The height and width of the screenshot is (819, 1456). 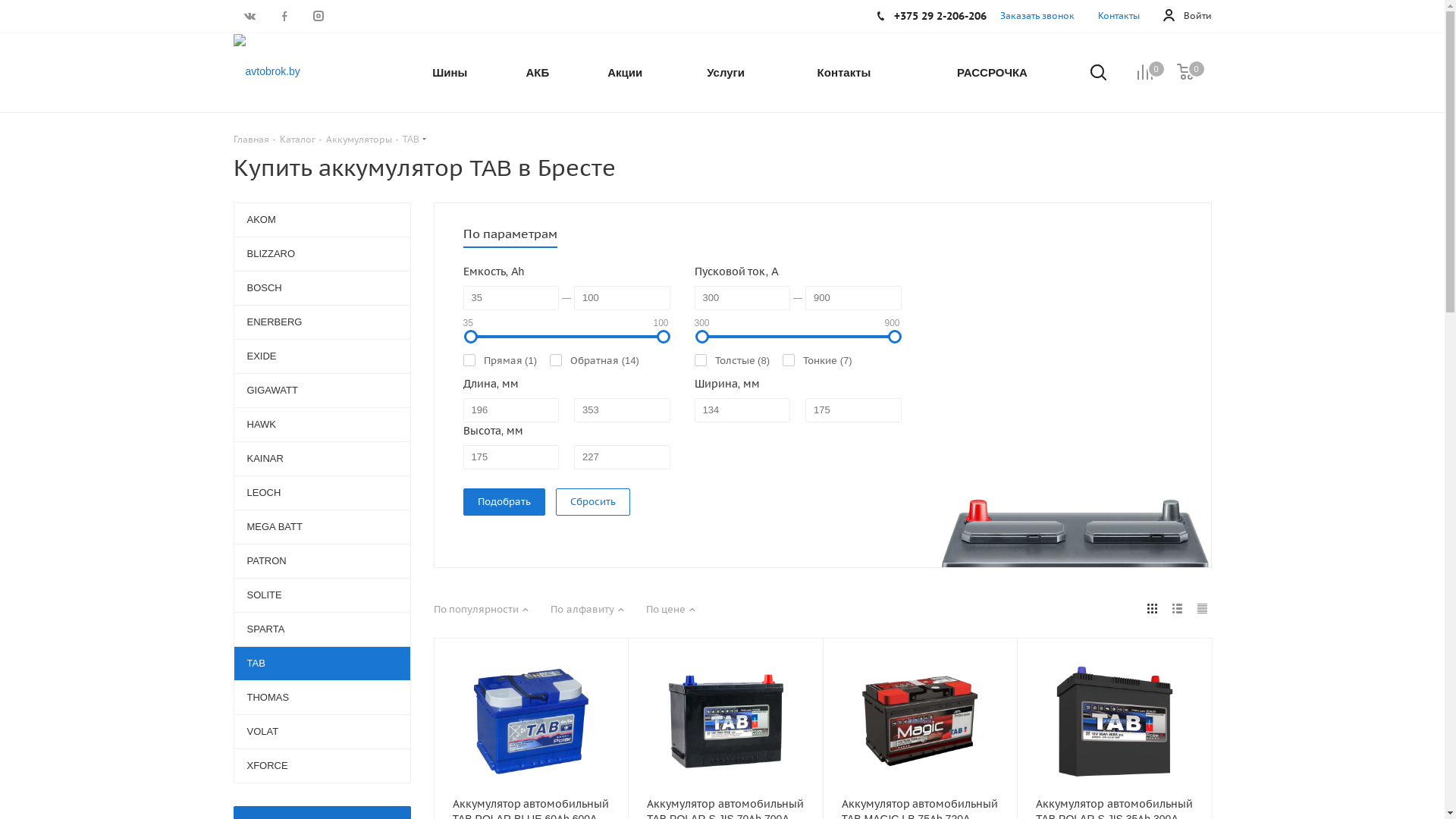 I want to click on 'SPARTA', so click(x=232, y=629).